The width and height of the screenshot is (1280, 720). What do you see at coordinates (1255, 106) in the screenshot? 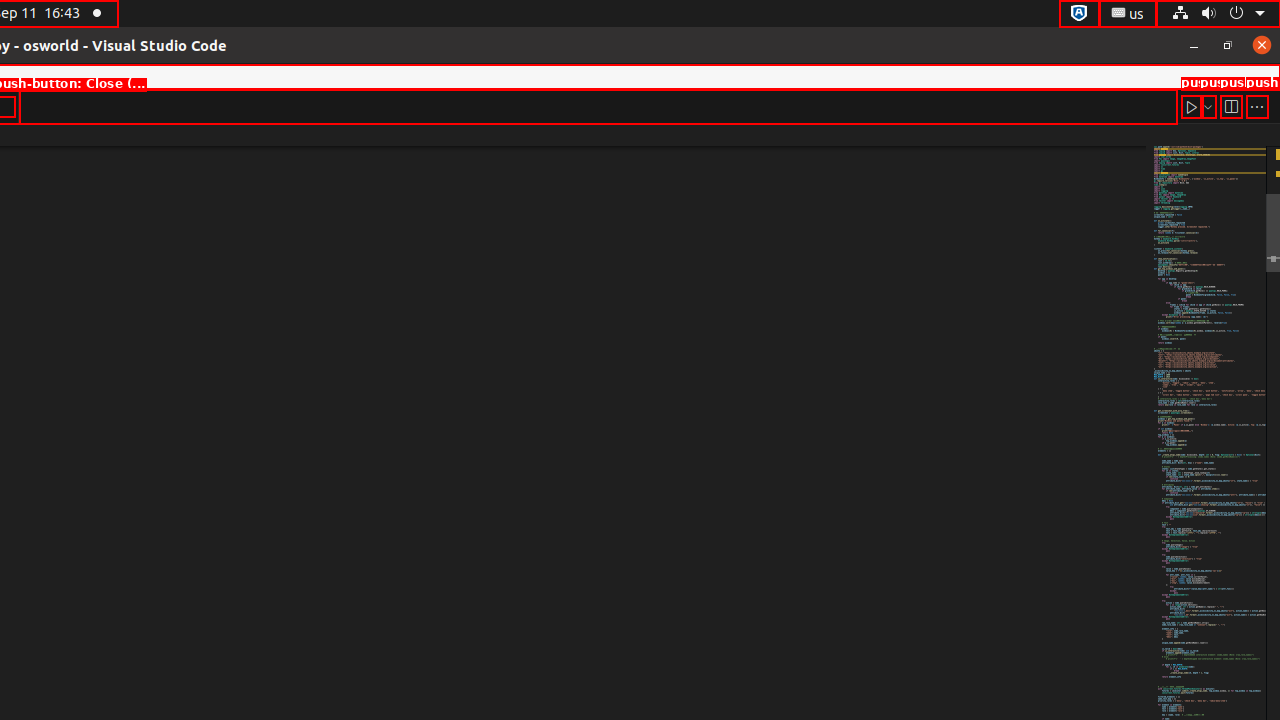
I see `'More Actions...'` at bounding box center [1255, 106].